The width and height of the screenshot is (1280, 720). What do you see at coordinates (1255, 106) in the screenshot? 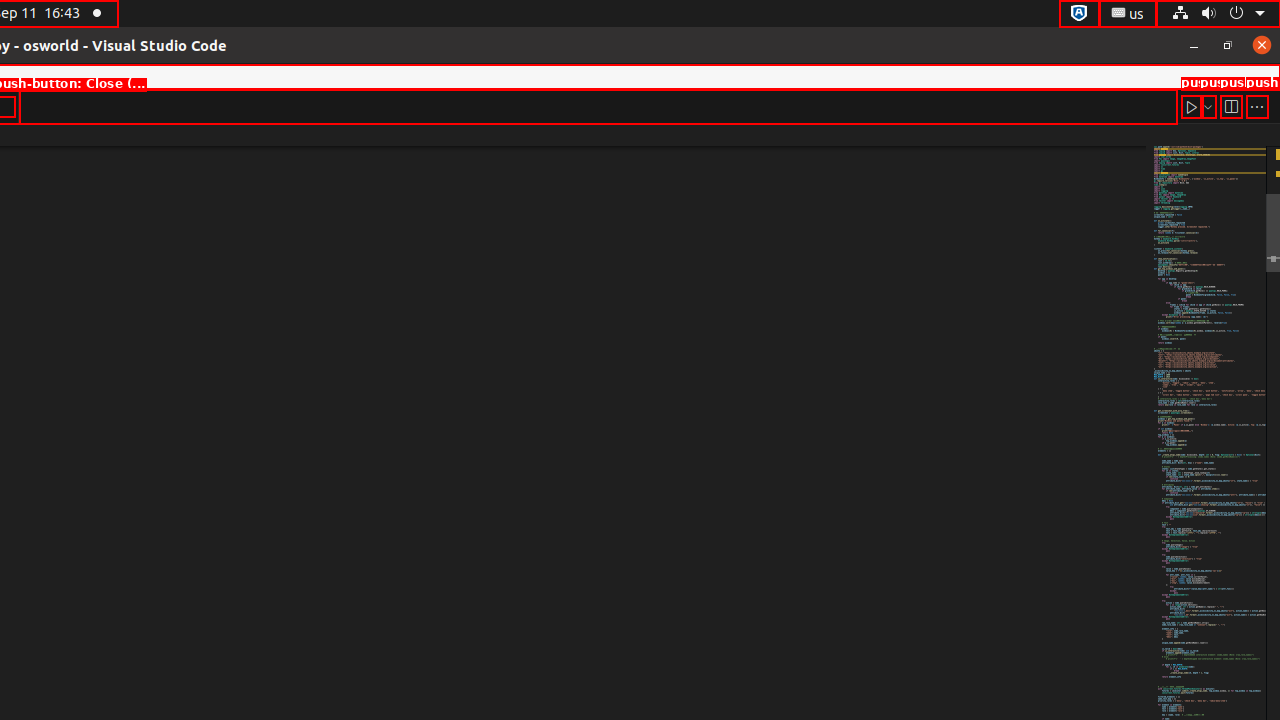
I see `'More Actions...'` at bounding box center [1255, 106].